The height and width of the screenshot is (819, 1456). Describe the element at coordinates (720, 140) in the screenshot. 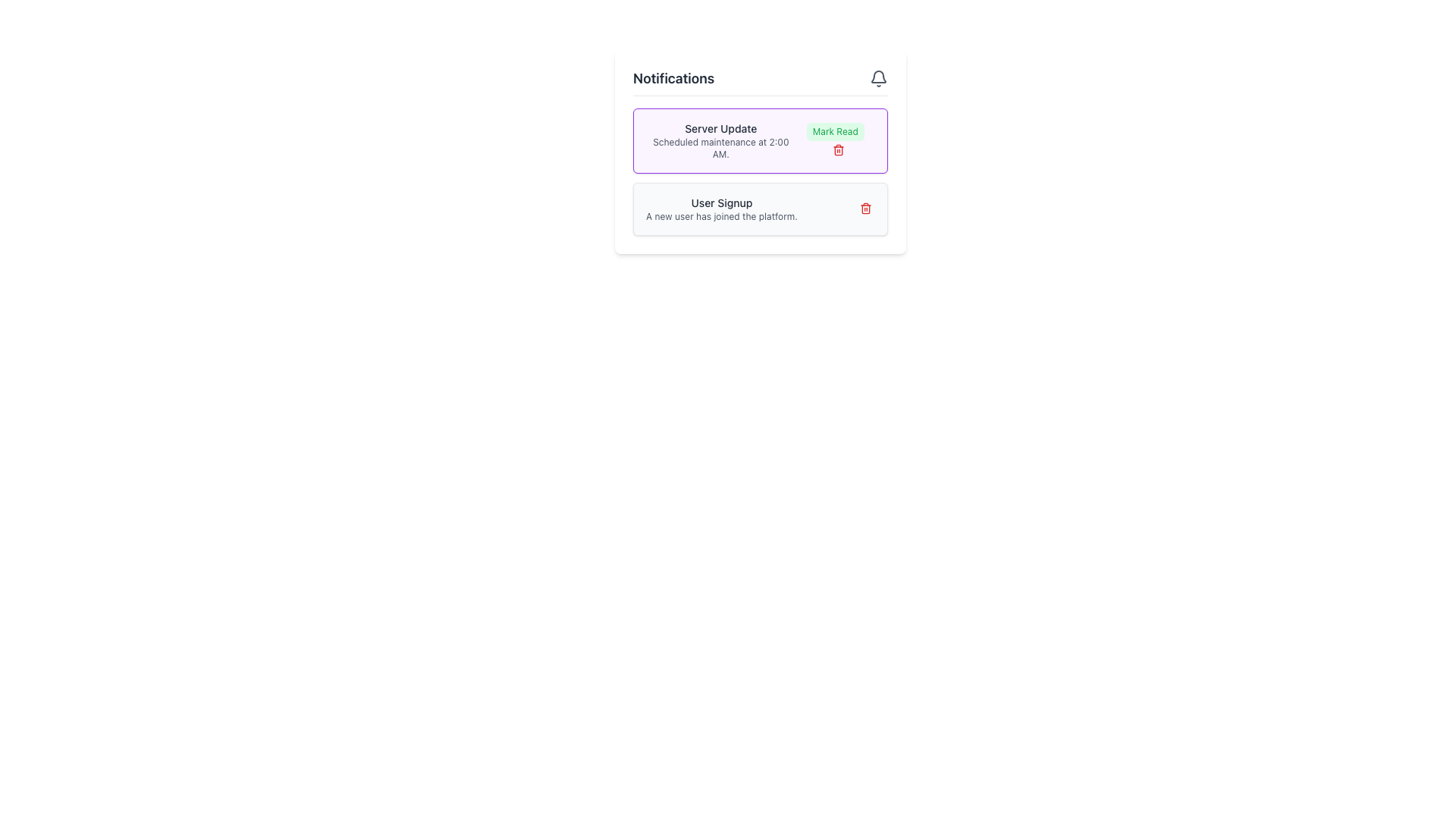

I see `the static text block within the notification card that displays the heading 'Server Update' and the description 'Scheduled maintenance at 2:00 AM.'` at that location.